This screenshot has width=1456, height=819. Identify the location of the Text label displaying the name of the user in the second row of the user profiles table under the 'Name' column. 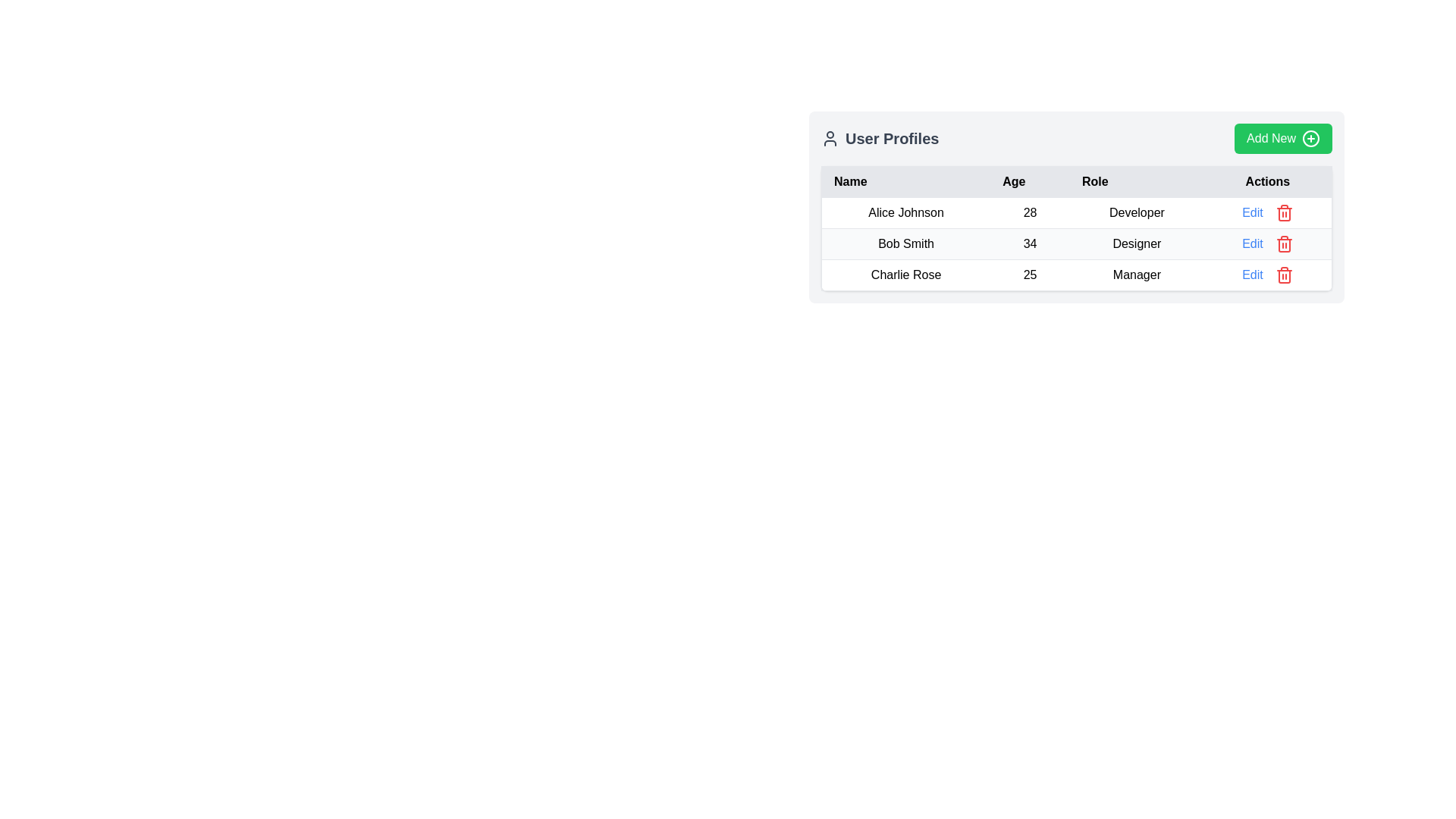
(905, 243).